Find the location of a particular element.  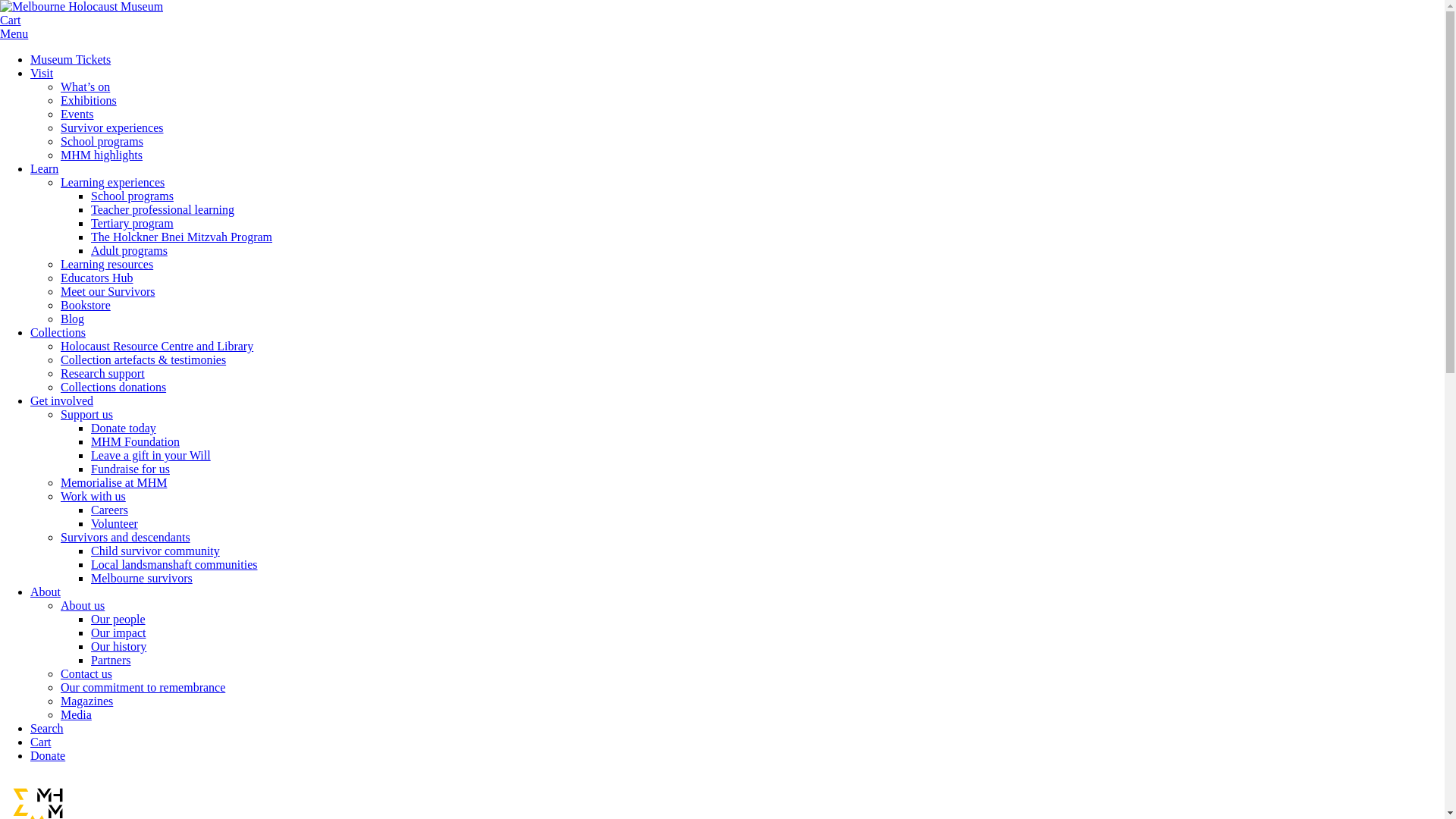

'Work with us' is located at coordinates (61, 496).